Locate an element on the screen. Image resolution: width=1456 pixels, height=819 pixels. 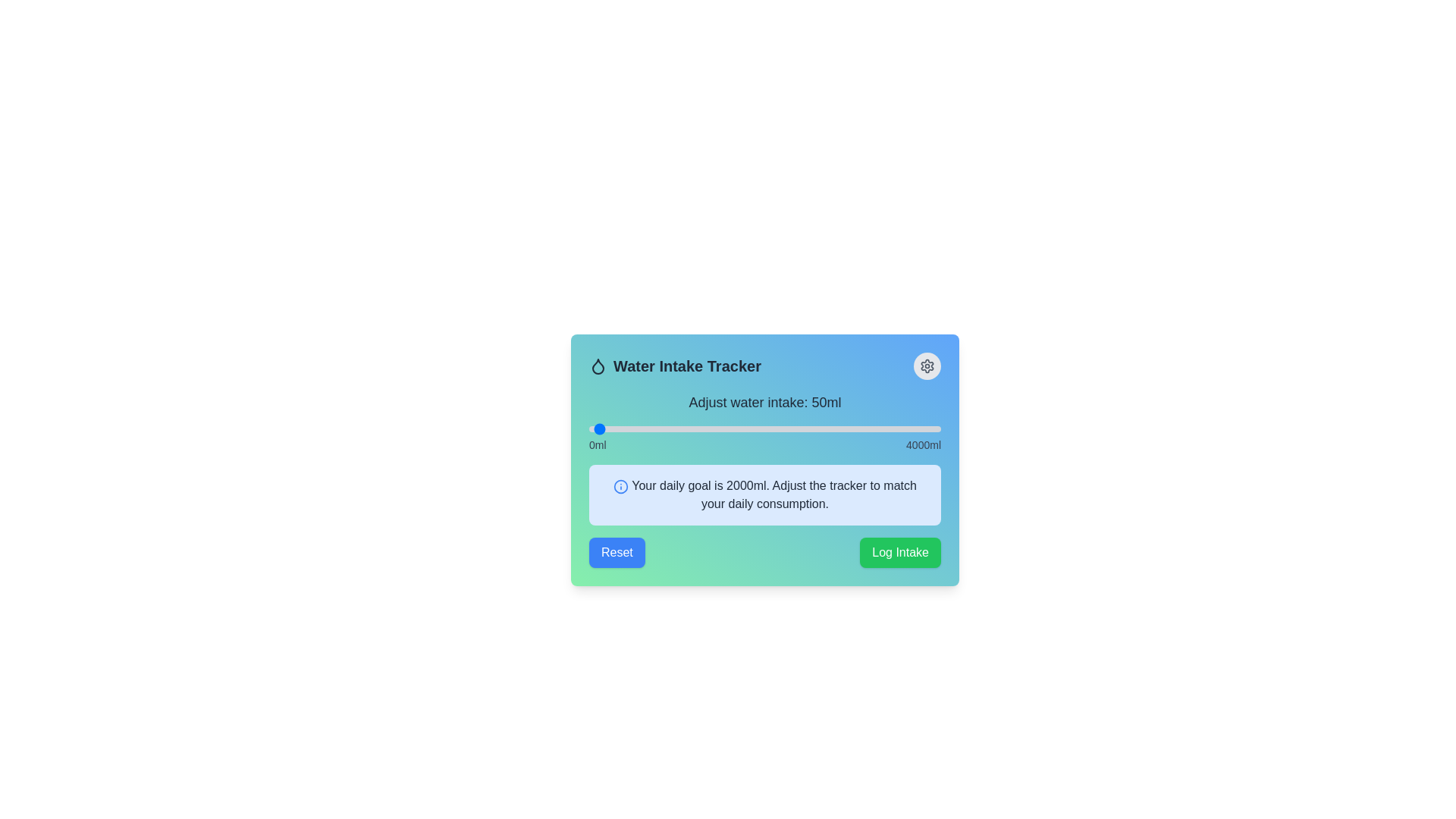
the text label displaying 'Adjust water intake: 50ml', located at the center of the top section of the interface, above the slider element is located at coordinates (764, 402).